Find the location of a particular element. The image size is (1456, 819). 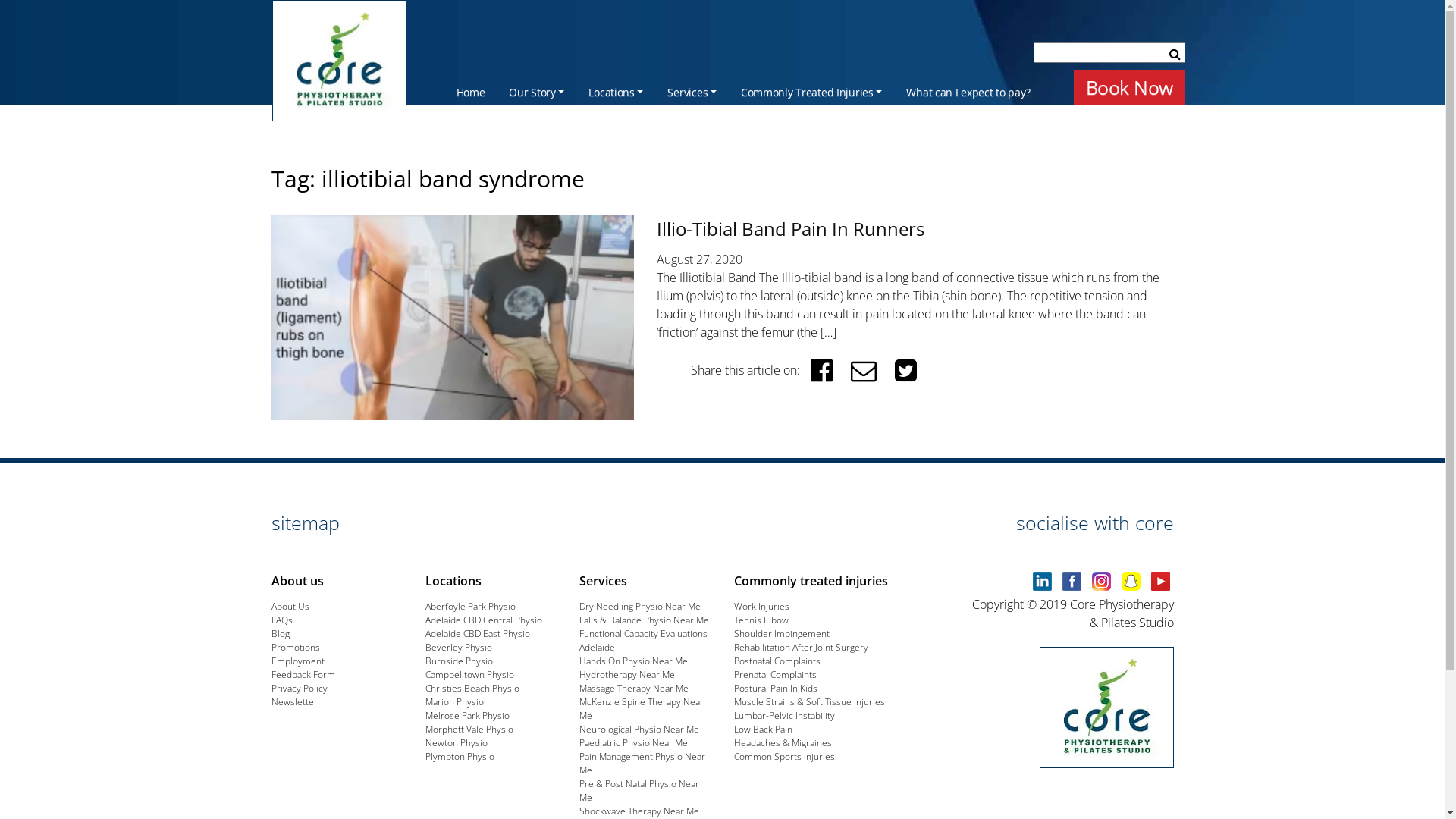

'Employment' is located at coordinates (298, 660).